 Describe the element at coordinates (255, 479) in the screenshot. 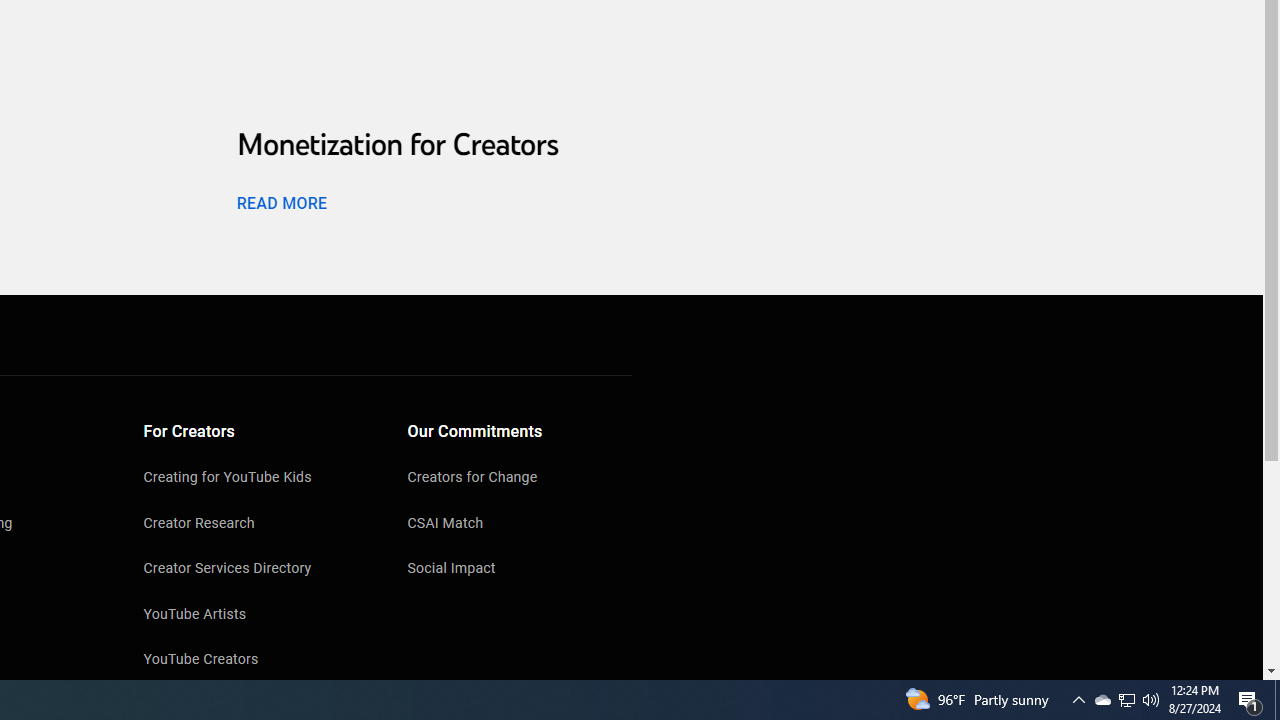

I see `'Creating for YouTube Kids'` at that location.